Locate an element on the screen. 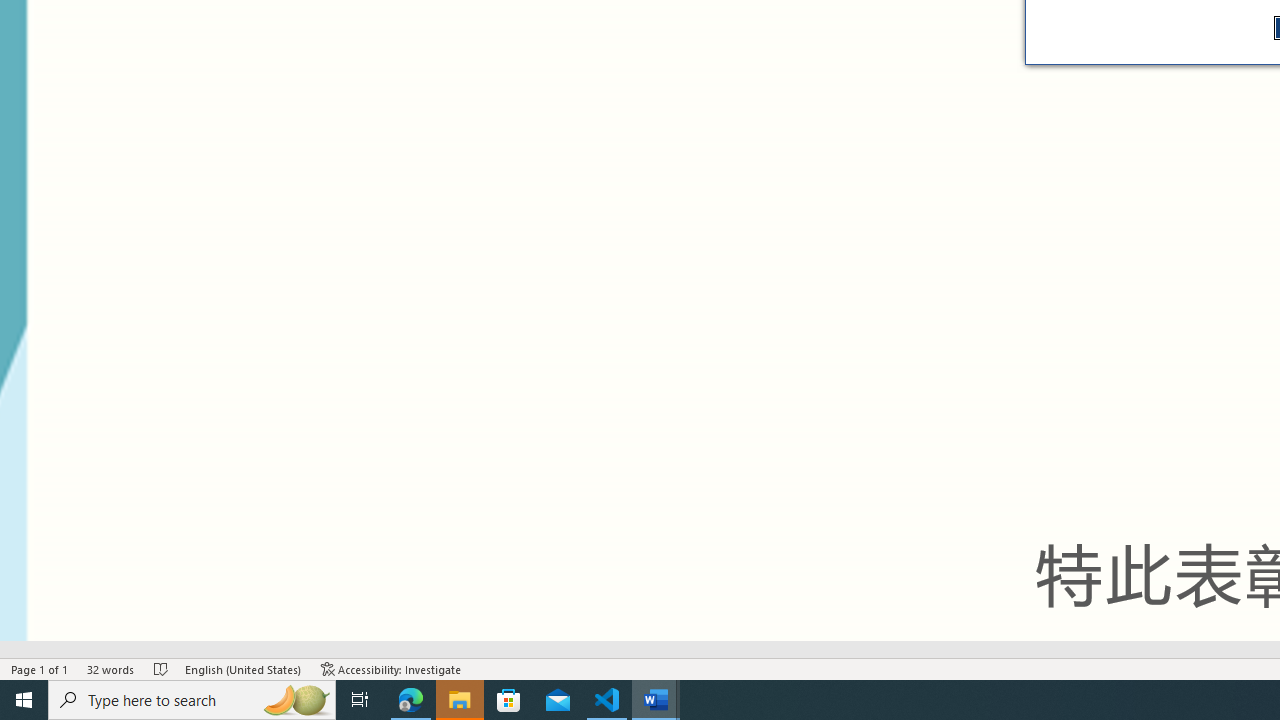  'Start' is located at coordinates (24, 698).